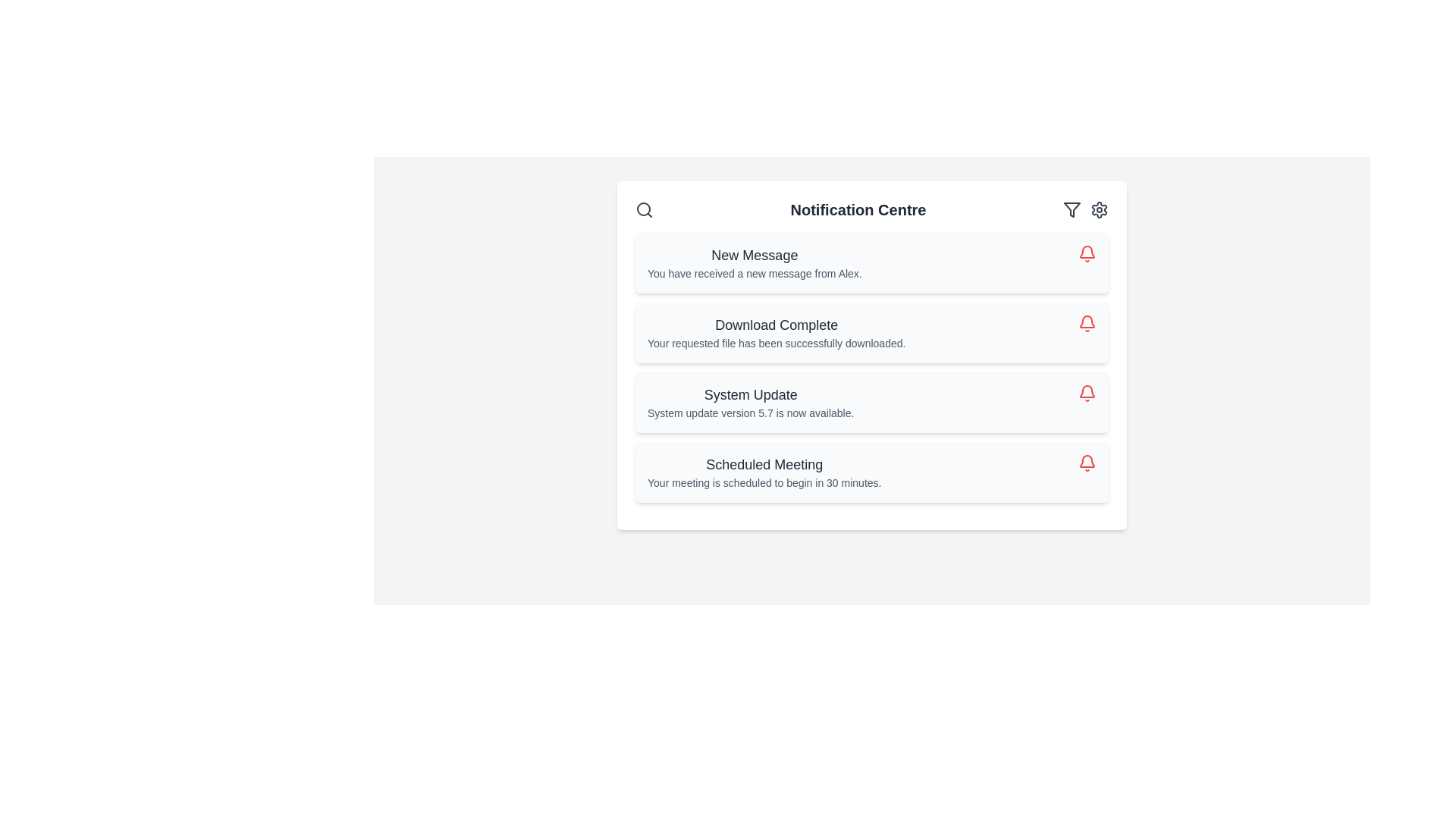 The width and height of the screenshot is (1456, 819). Describe the element at coordinates (872, 210) in the screenshot. I see `the Label or Header element that serves as the title for the notification center, positioned centrally between the search icon and the filter/settings icons` at that location.